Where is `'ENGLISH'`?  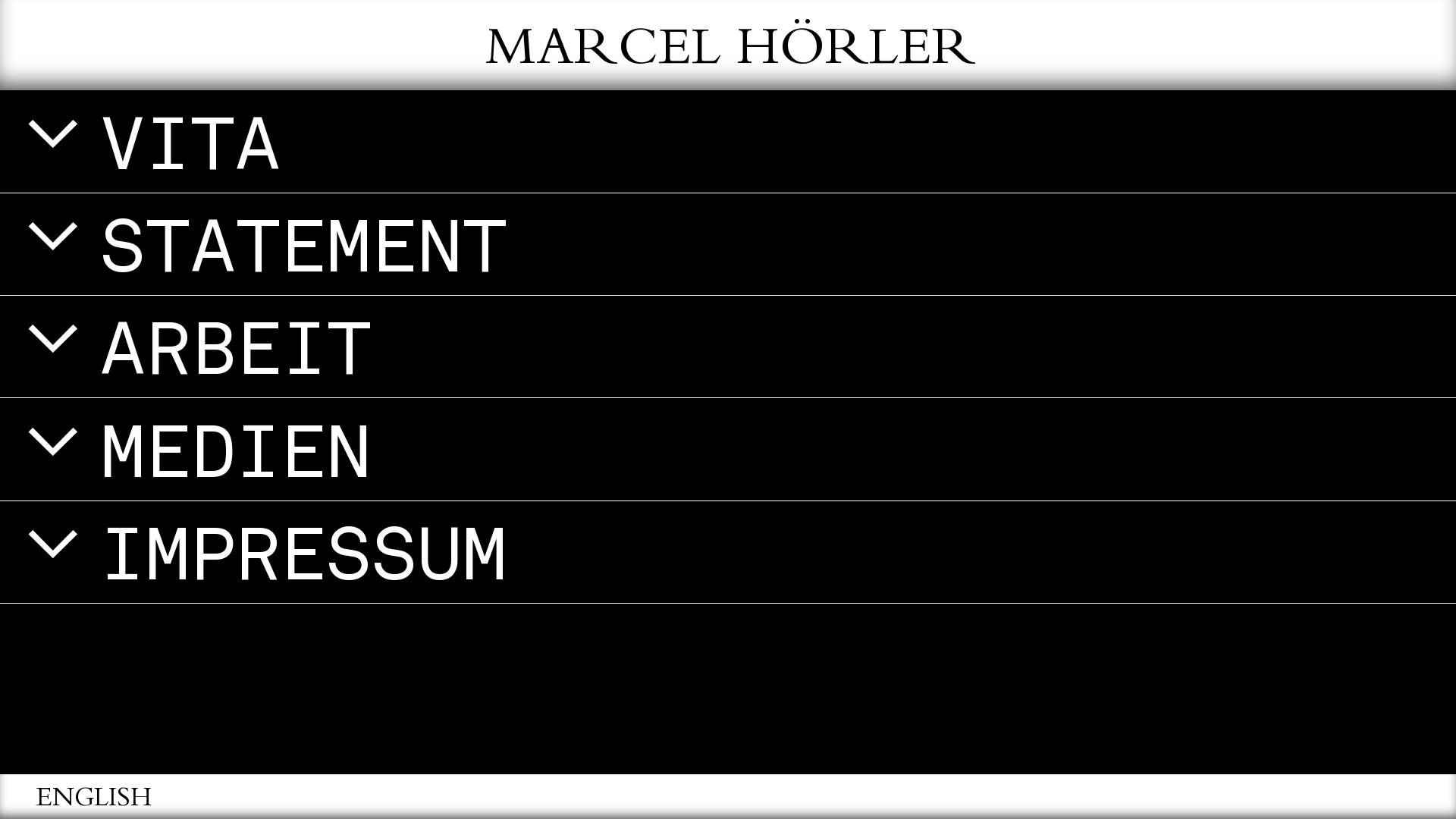
'ENGLISH' is located at coordinates (36, 800).